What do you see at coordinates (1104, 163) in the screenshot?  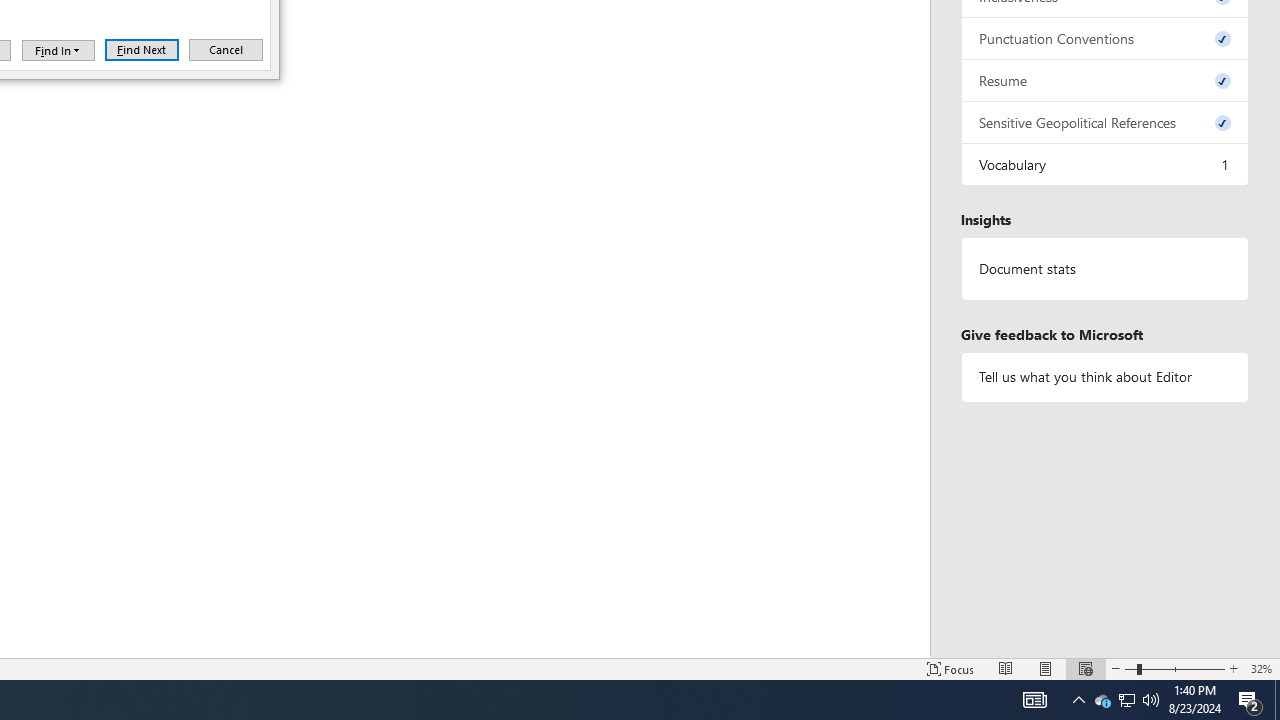 I see `'Vocabulary, 1 issue. Press space or enter to review items.'` at bounding box center [1104, 163].